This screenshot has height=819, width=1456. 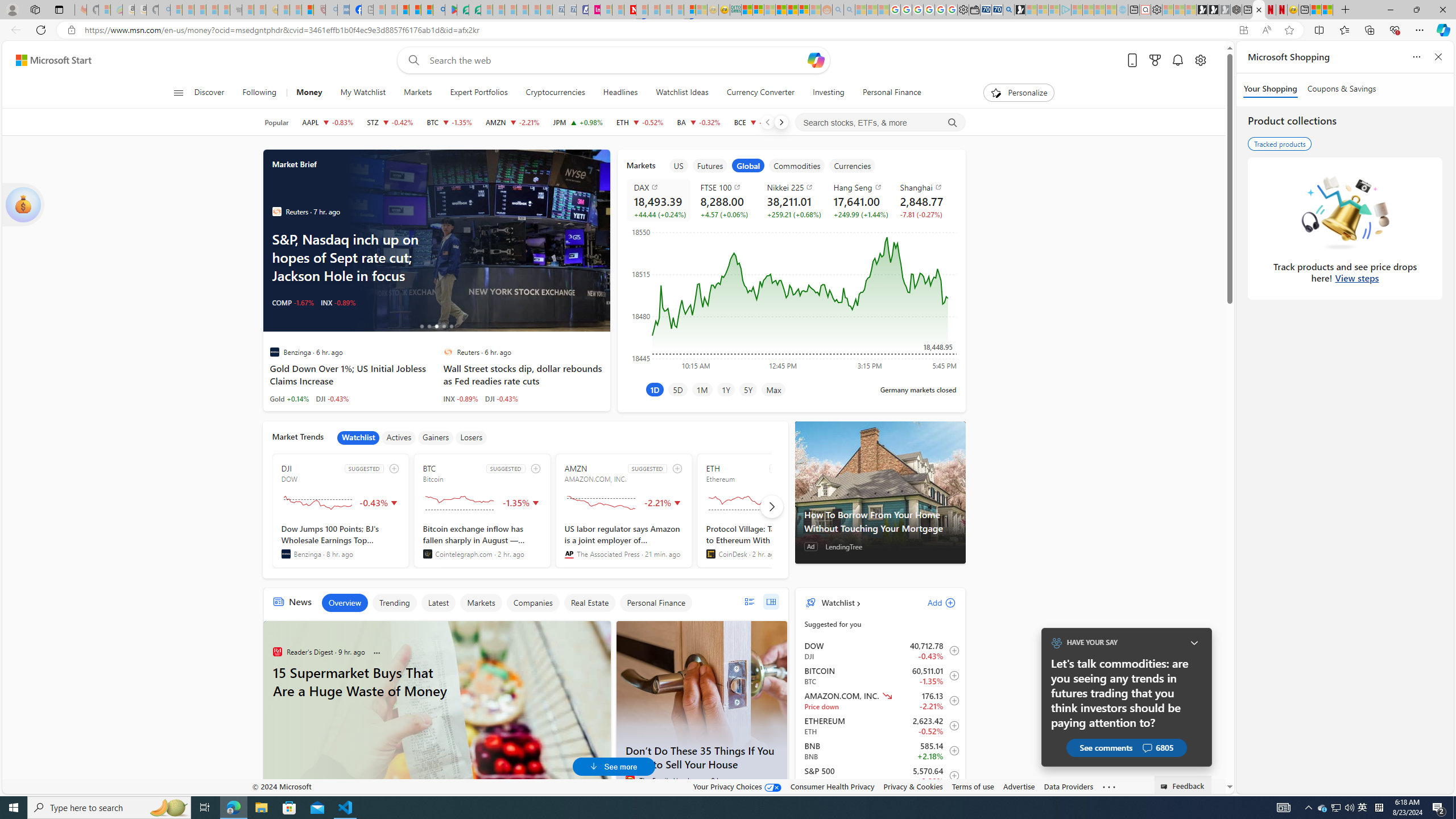 What do you see at coordinates (701, 388) in the screenshot?
I see `'1M'` at bounding box center [701, 388].